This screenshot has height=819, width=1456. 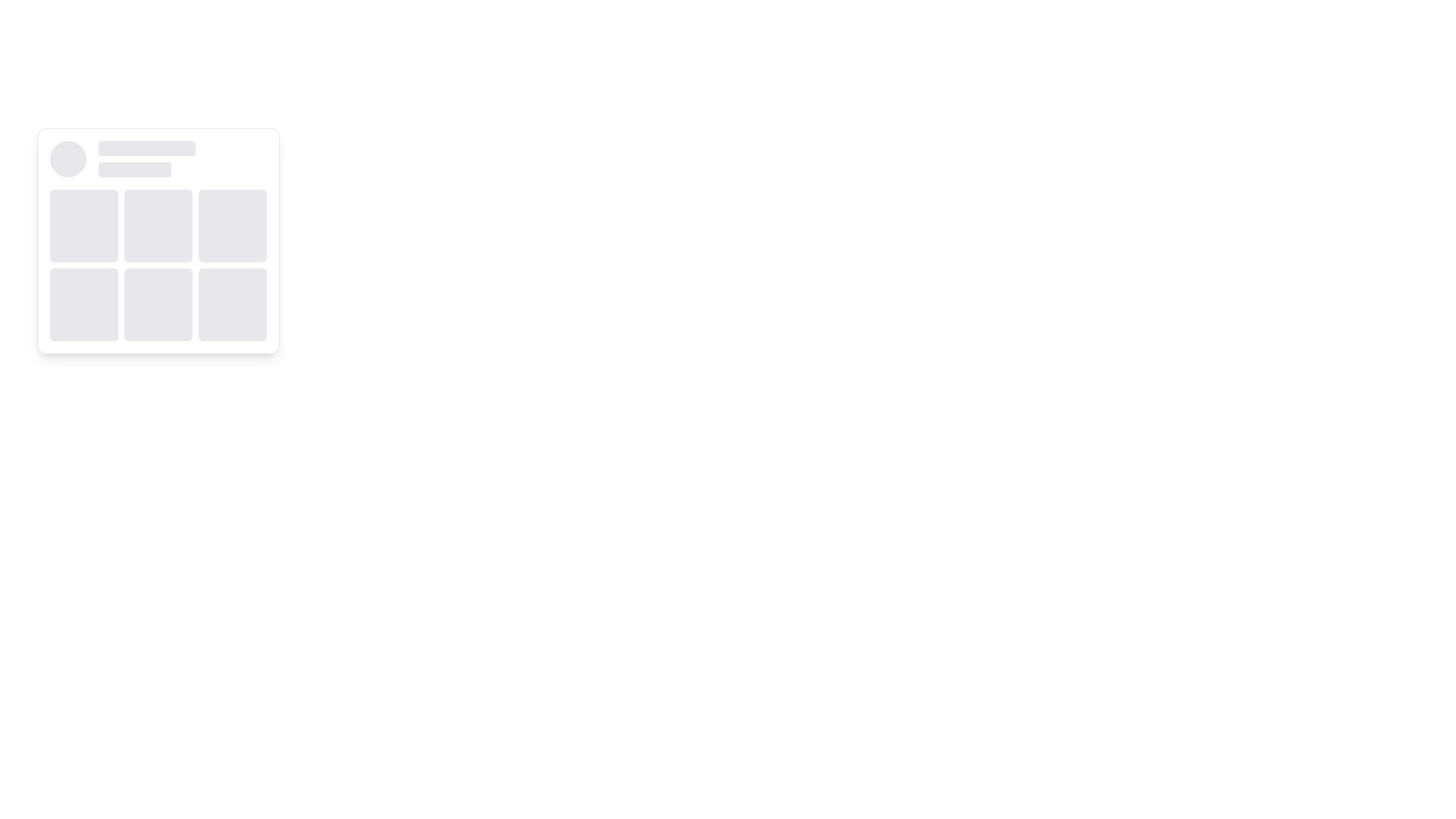 What do you see at coordinates (232, 304) in the screenshot?
I see `the light gray rectangular Placeholder block located in the last cell of a 3x2 grid layout, specifically in the third column of the second row` at bounding box center [232, 304].